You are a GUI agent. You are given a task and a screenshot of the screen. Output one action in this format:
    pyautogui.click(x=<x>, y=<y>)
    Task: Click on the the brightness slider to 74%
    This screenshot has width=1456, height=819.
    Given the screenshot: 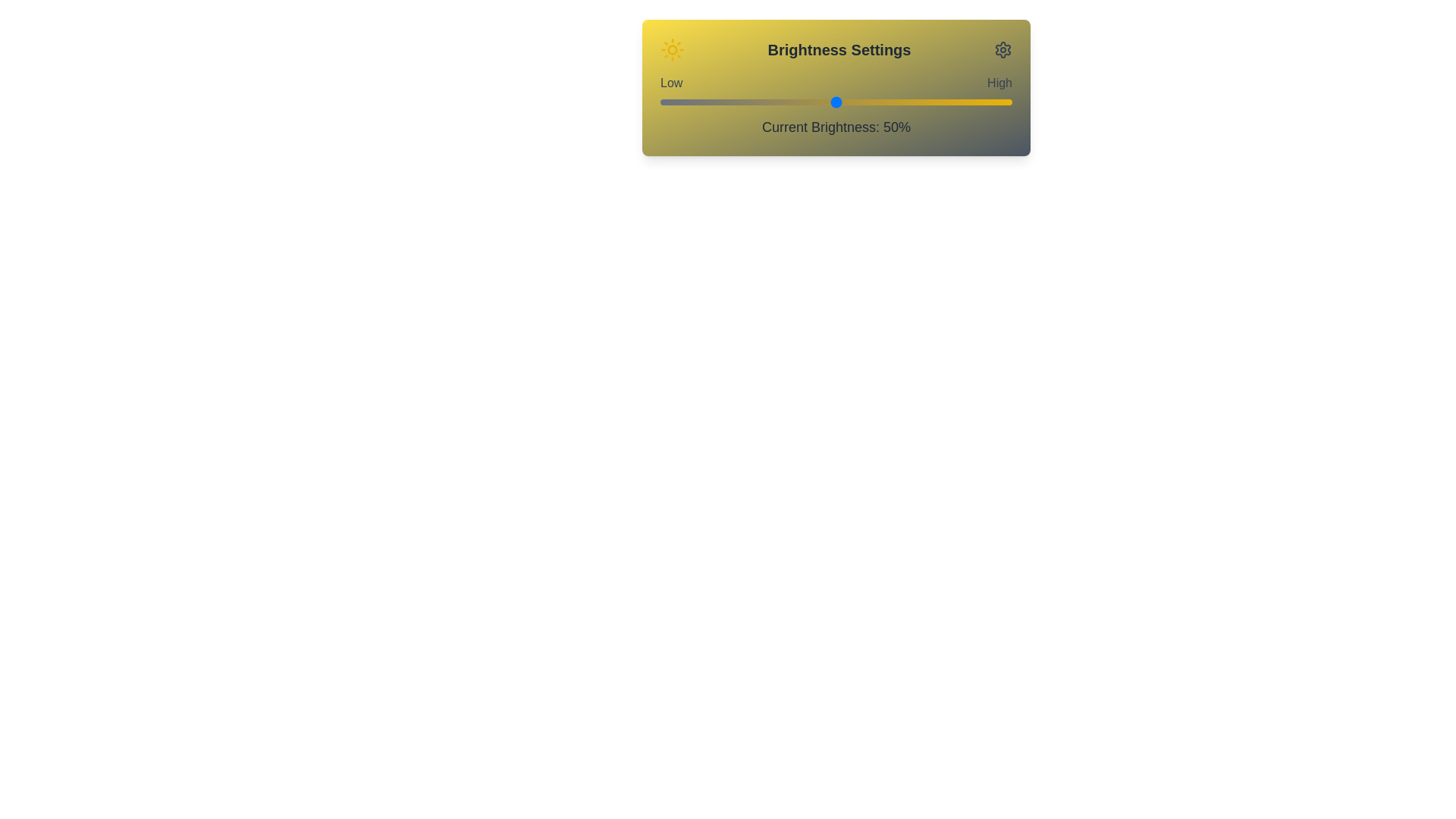 What is the action you would take?
    pyautogui.click(x=920, y=102)
    